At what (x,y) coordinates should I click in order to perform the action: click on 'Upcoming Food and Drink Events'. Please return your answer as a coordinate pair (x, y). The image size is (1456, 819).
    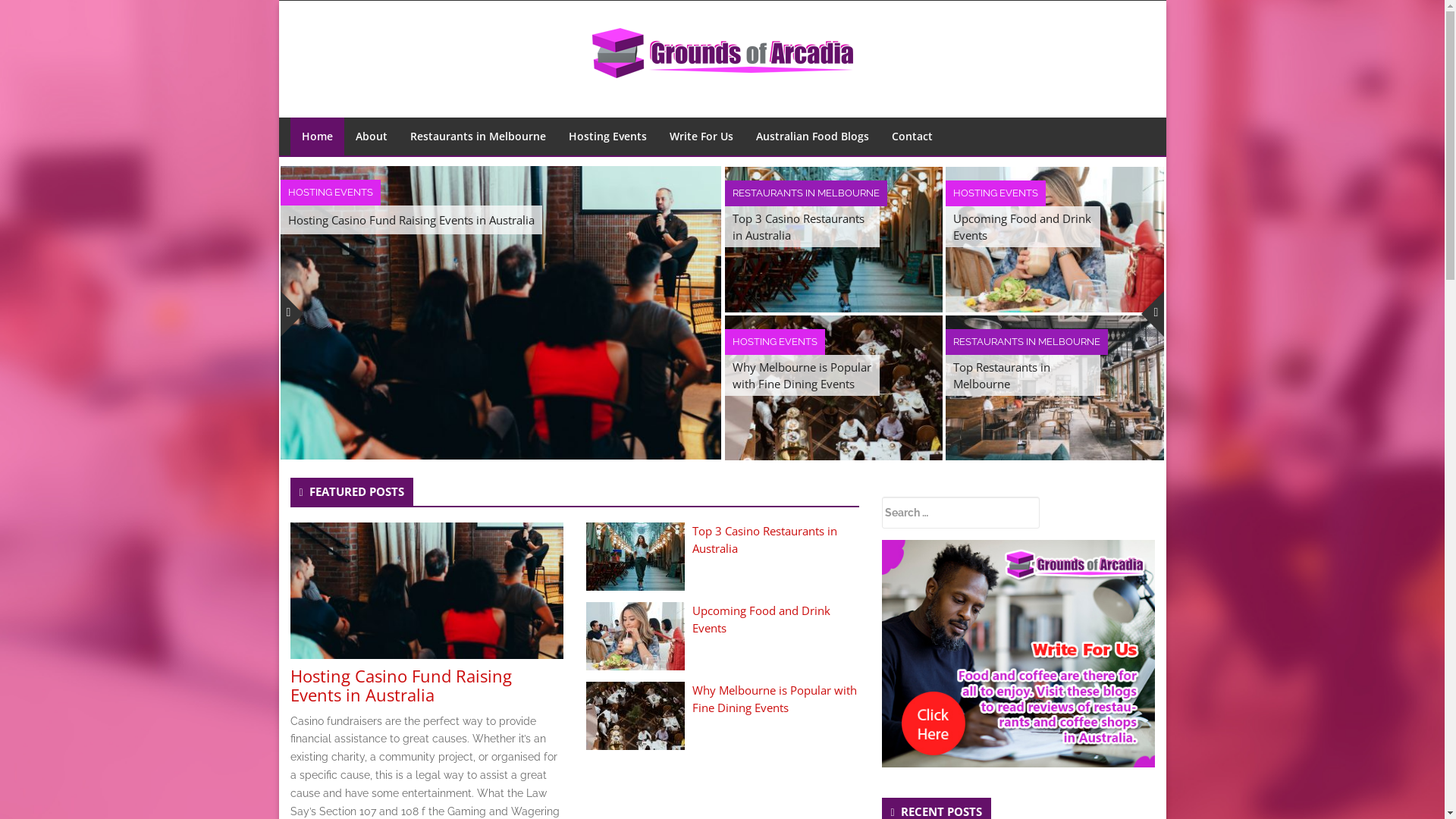
    Looking at the image, I should click on (1054, 239).